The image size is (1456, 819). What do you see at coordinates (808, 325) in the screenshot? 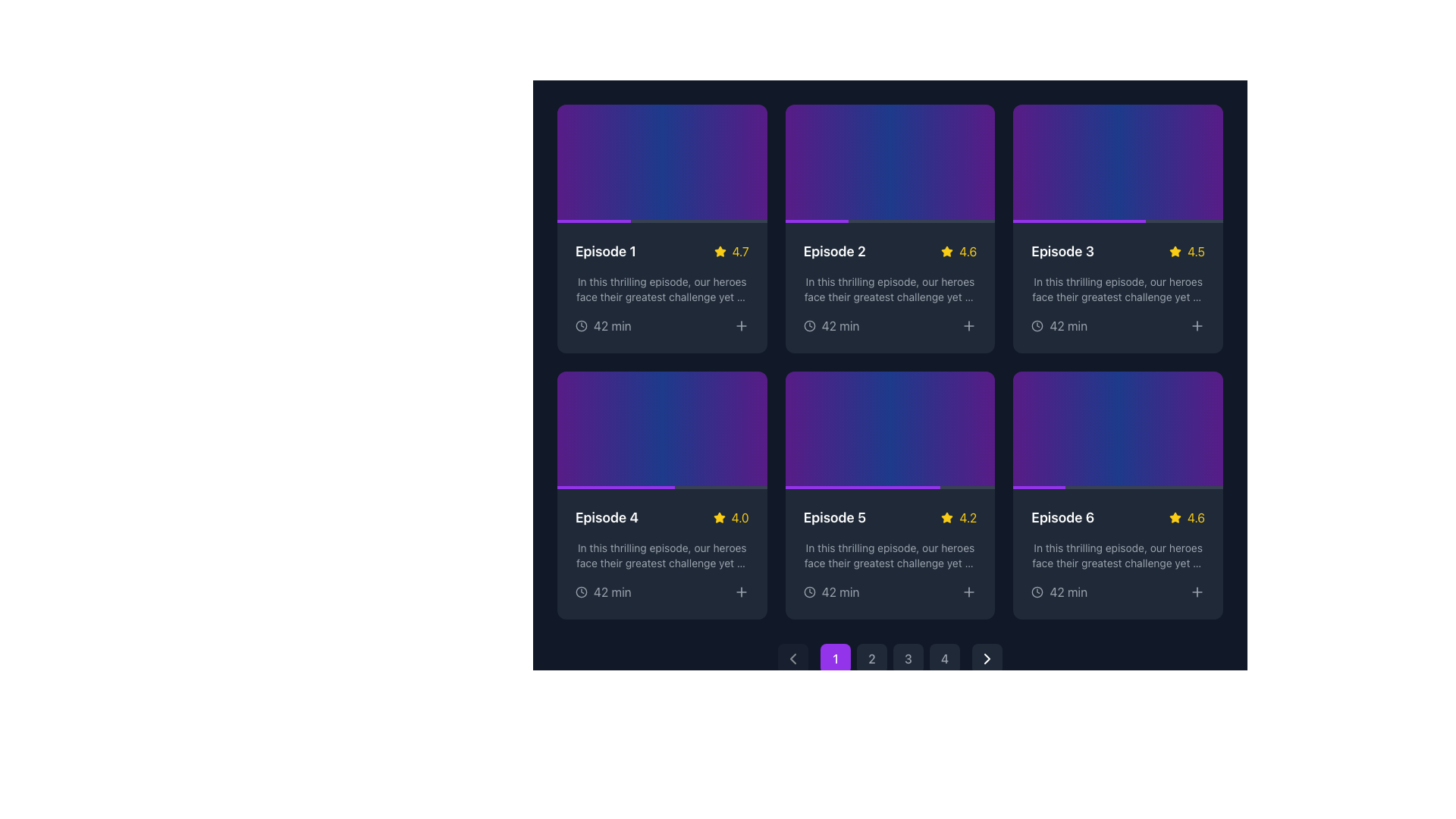
I see `the clock icon located in the bottom section of the Episode 2 card, positioned to the left of the '42 min' text` at bounding box center [808, 325].